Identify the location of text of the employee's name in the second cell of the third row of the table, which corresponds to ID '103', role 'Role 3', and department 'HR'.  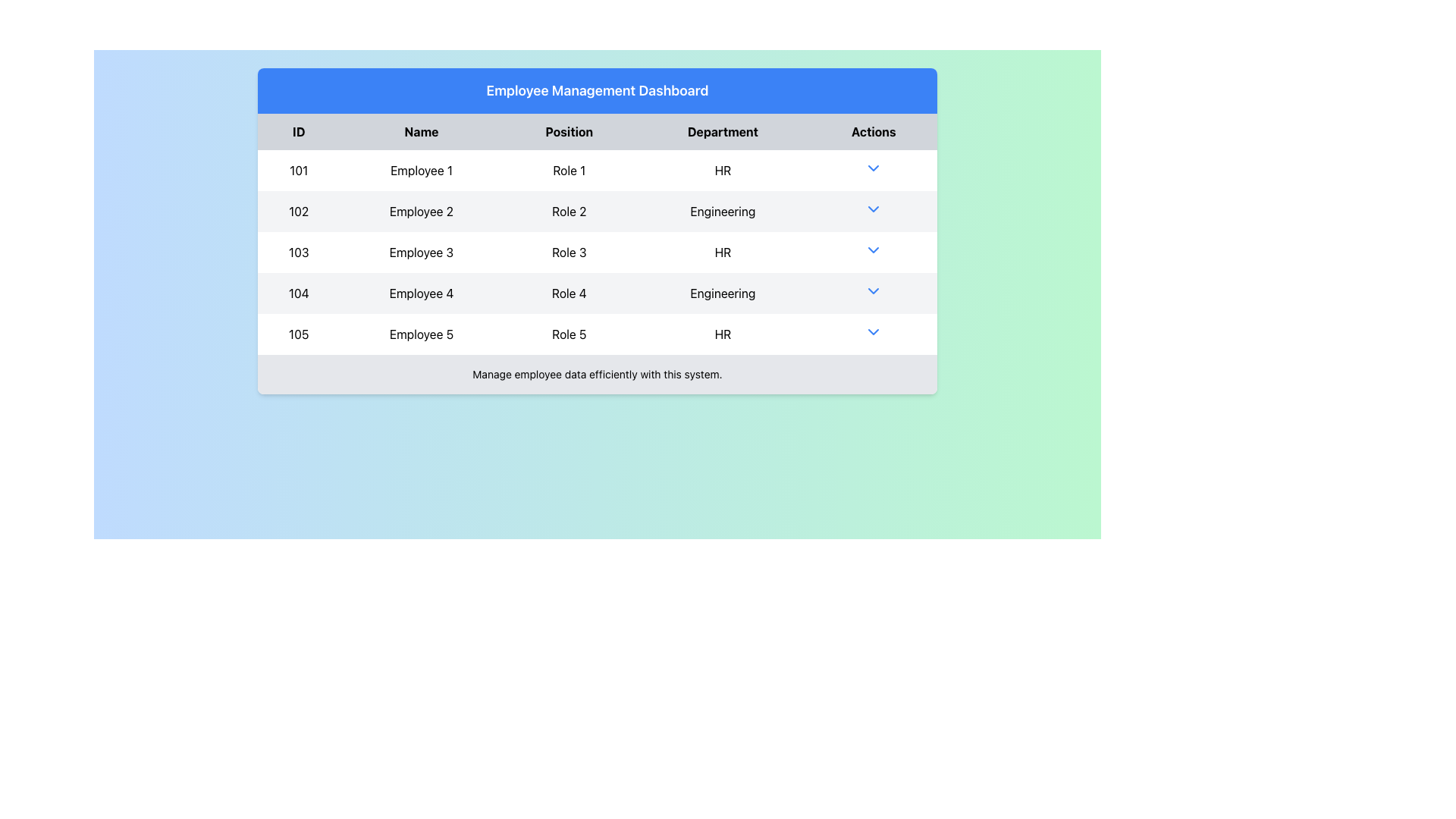
(422, 251).